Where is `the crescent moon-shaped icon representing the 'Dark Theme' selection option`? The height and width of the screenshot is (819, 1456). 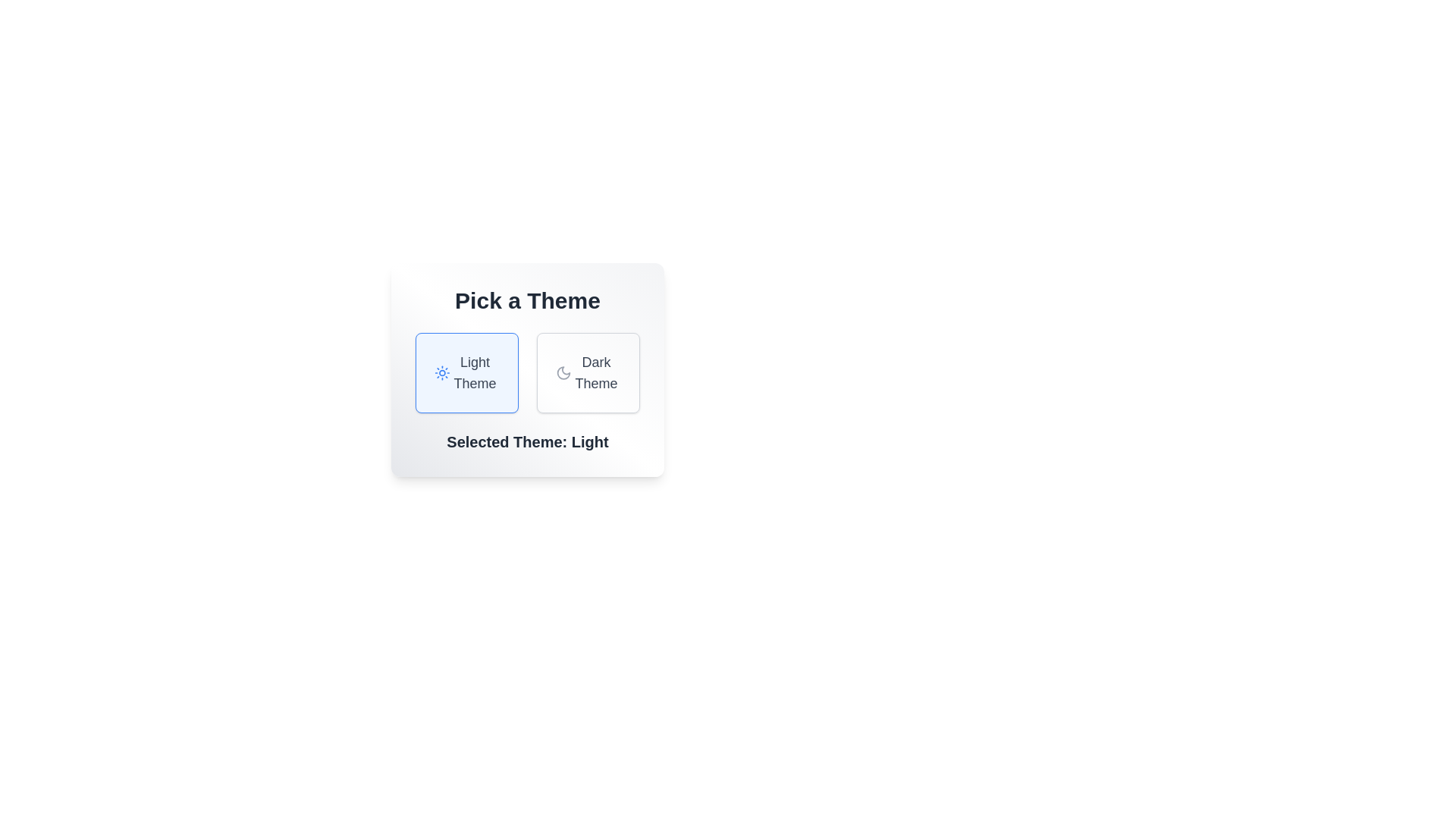 the crescent moon-shaped icon representing the 'Dark Theme' selection option is located at coordinates (563, 373).